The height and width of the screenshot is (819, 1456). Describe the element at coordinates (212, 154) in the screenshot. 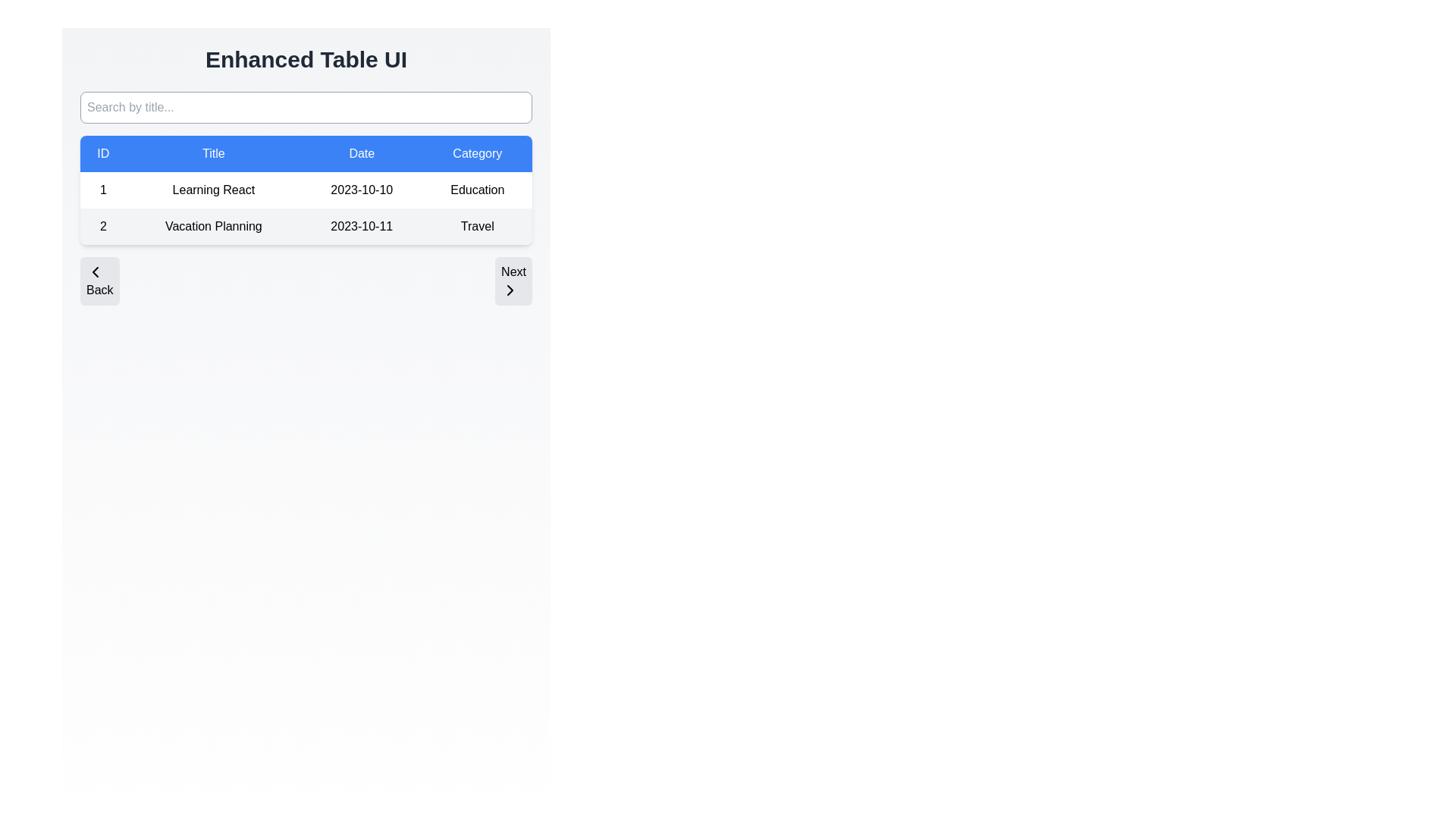

I see `the Table Header Field labeled 'Title', which is the second item in the header row of the table, styled with a blue background` at that location.